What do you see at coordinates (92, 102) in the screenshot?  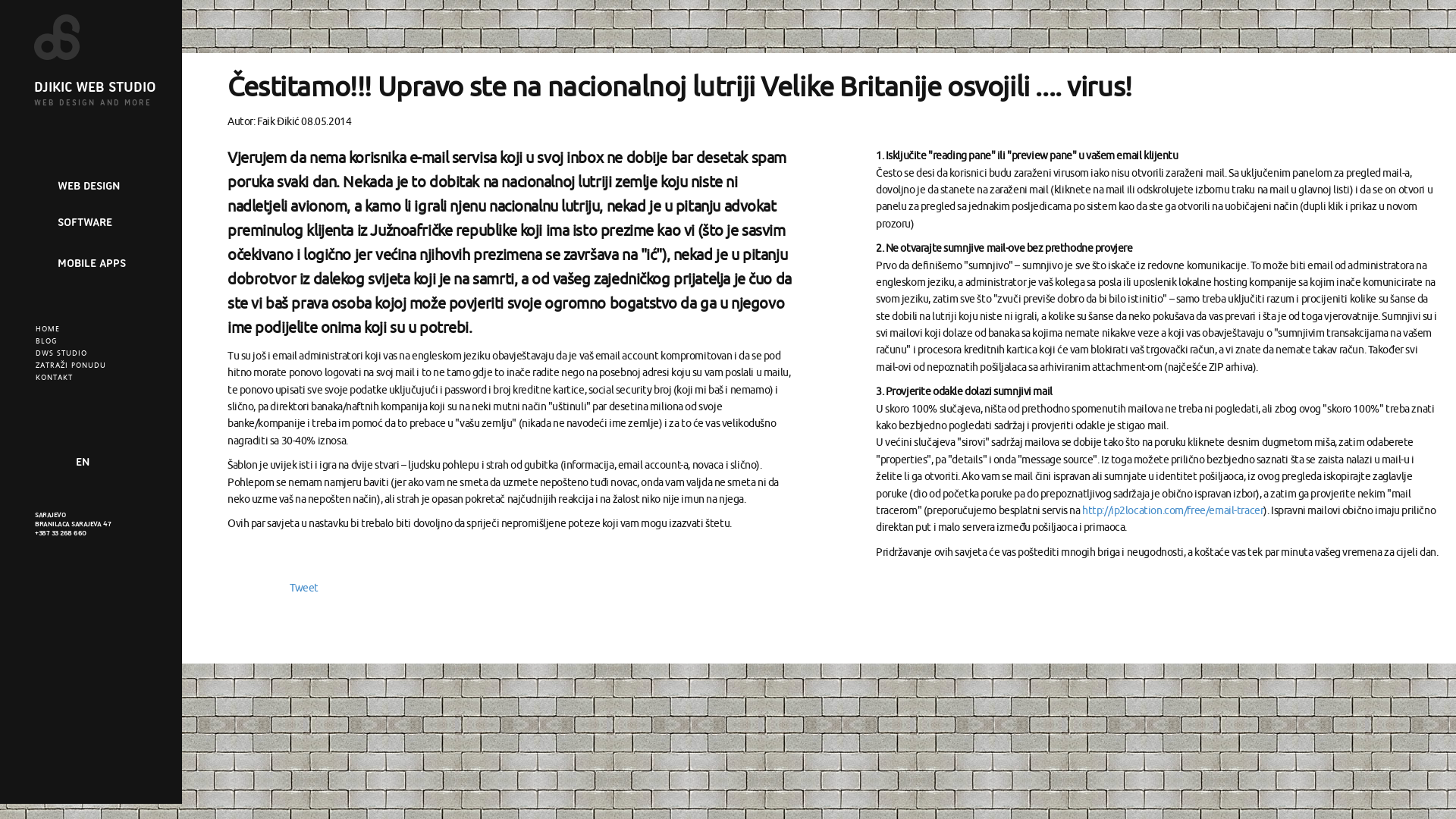 I see `'WEB DESIGN AND MORE'` at bounding box center [92, 102].